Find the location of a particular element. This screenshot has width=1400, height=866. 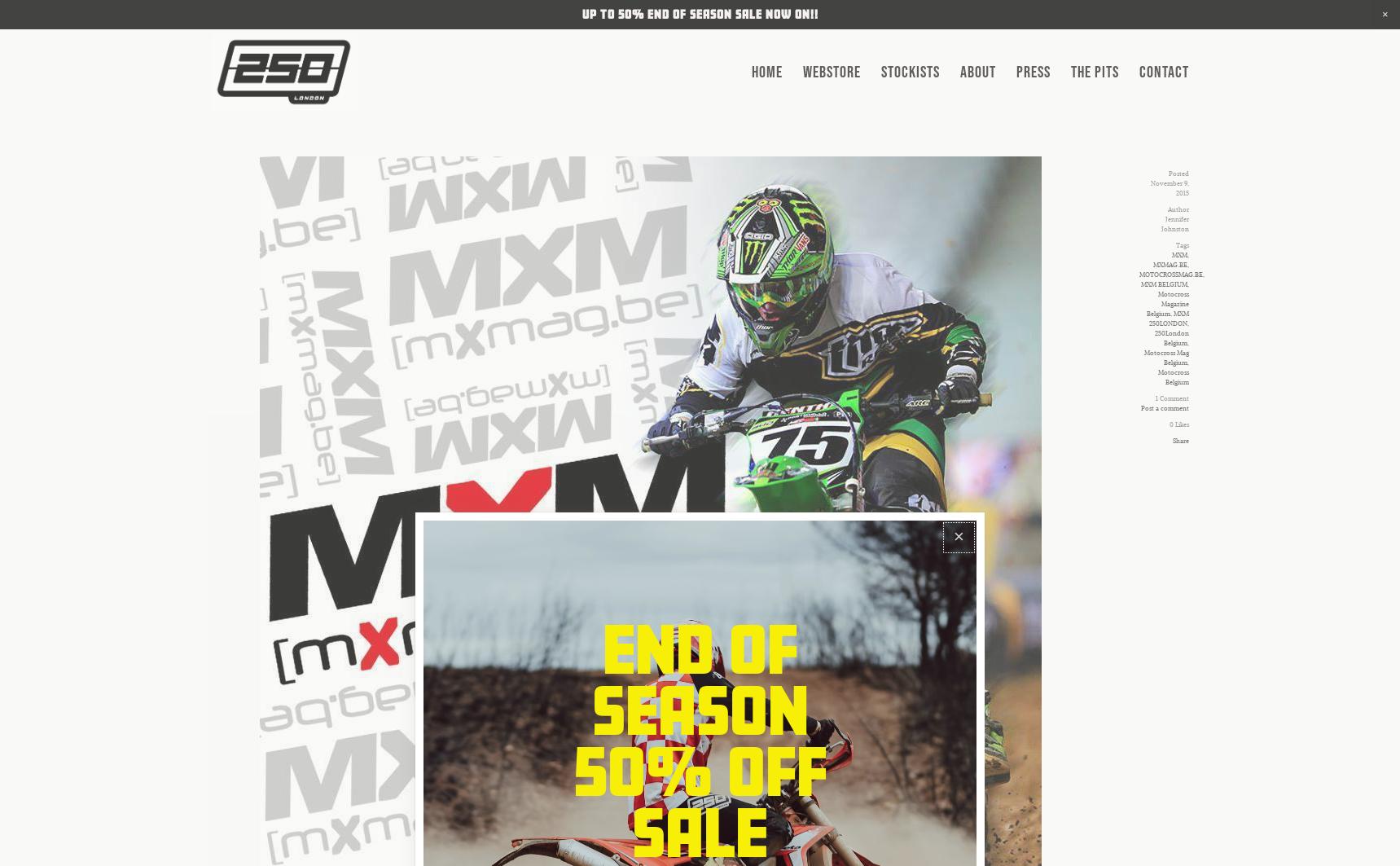

'HOME' is located at coordinates (751, 72).